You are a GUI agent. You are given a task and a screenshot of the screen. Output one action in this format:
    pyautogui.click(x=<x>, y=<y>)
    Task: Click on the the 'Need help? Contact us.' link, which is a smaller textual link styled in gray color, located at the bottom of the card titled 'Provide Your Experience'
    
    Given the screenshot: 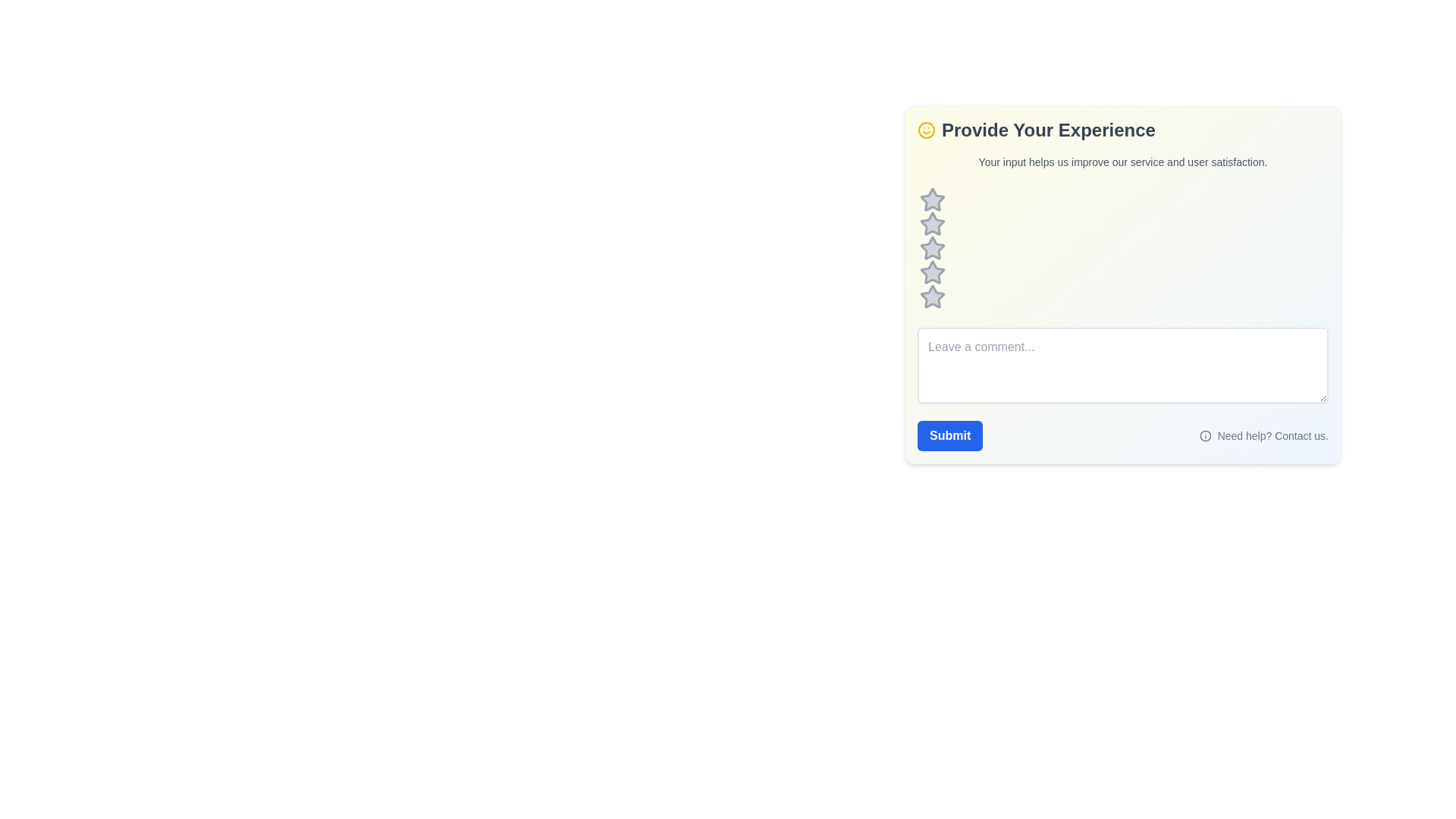 What is the action you would take?
    pyautogui.click(x=1123, y=435)
    